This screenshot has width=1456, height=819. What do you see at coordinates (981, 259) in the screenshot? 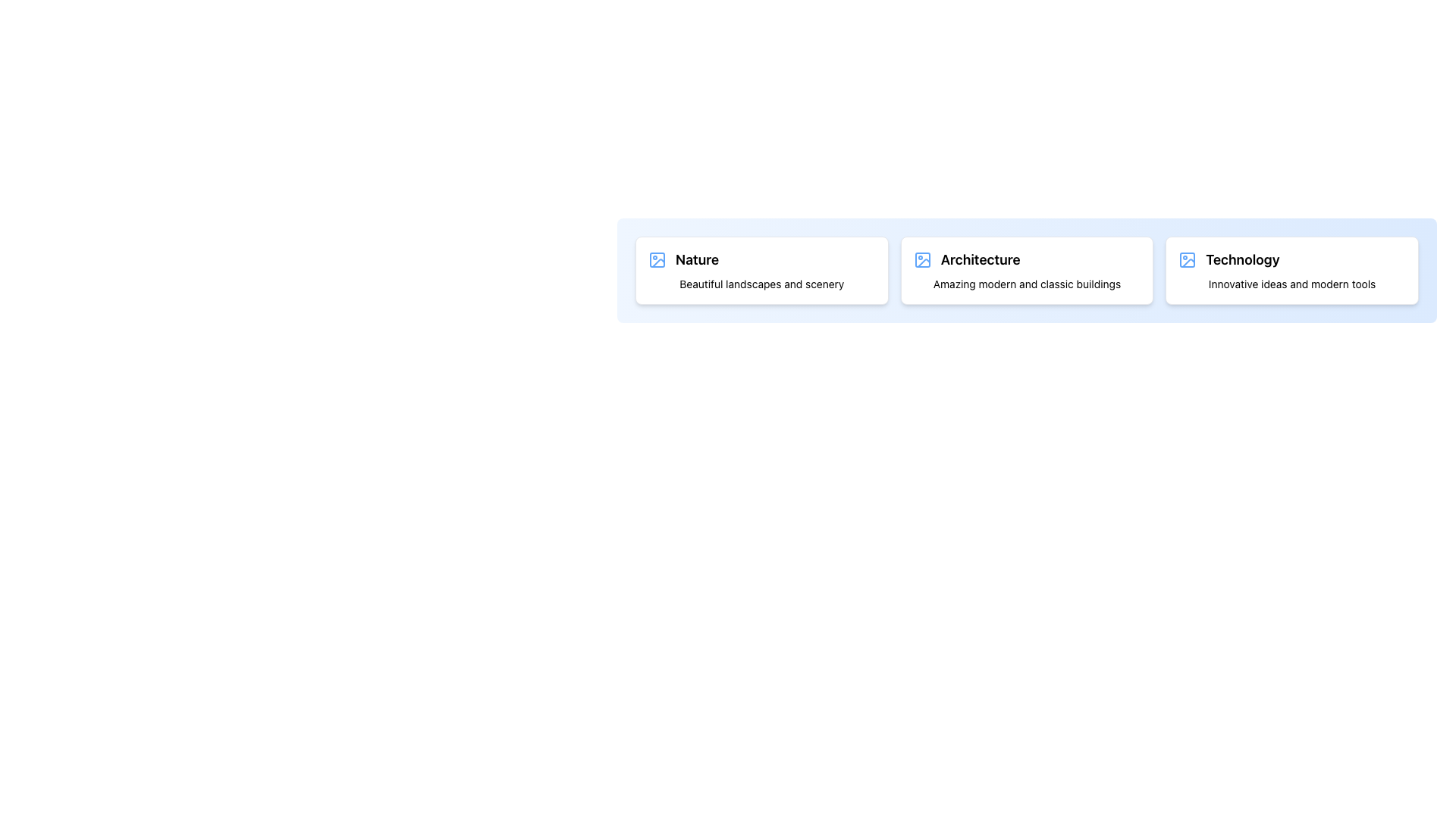
I see `text label displaying 'Architecture' which is centrally positioned in its card panel, located between the 'Nature' and 'Technology' cards` at bounding box center [981, 259].